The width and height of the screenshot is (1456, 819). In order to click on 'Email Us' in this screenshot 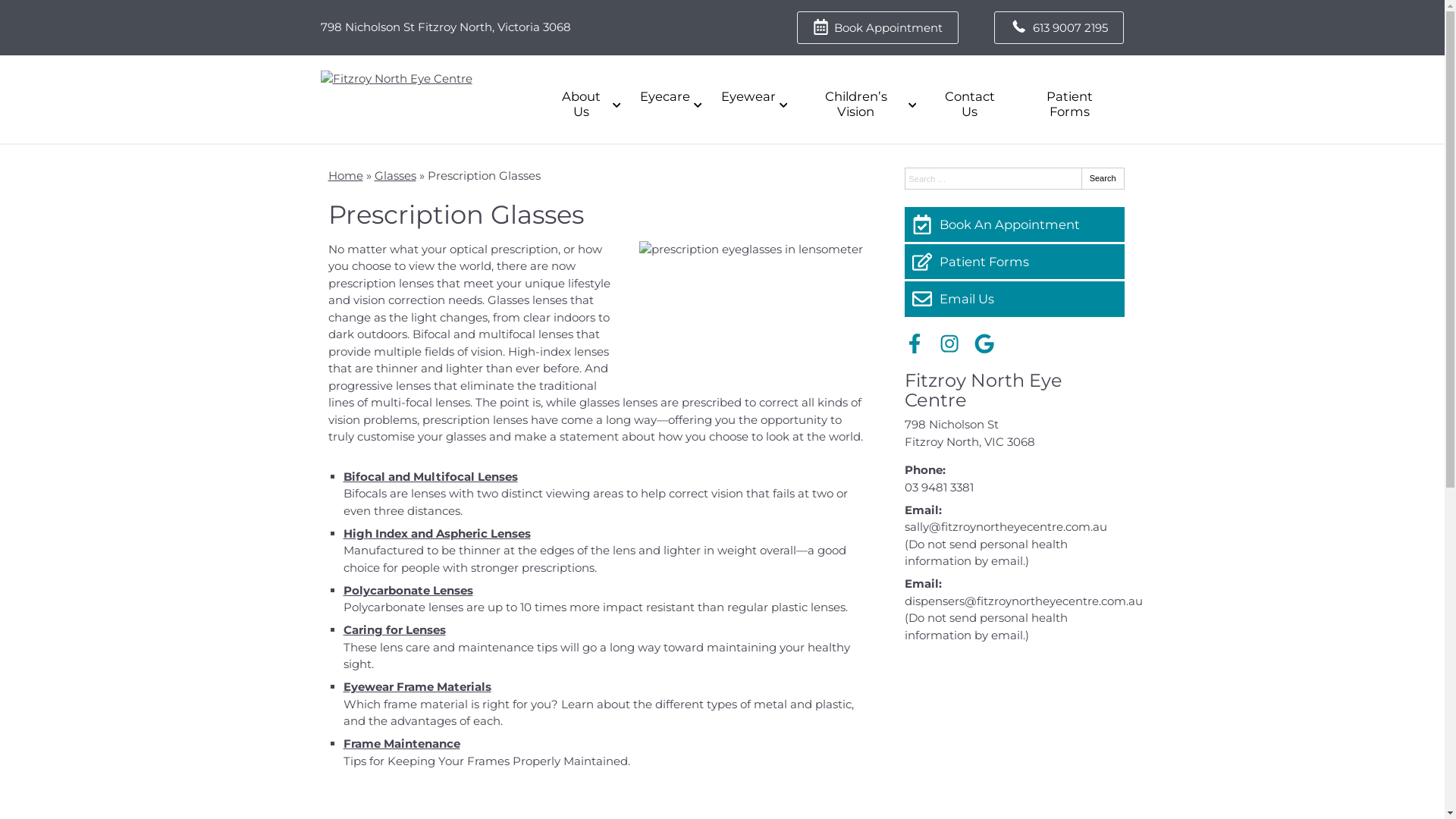, I will do `click(1014, 298)`.